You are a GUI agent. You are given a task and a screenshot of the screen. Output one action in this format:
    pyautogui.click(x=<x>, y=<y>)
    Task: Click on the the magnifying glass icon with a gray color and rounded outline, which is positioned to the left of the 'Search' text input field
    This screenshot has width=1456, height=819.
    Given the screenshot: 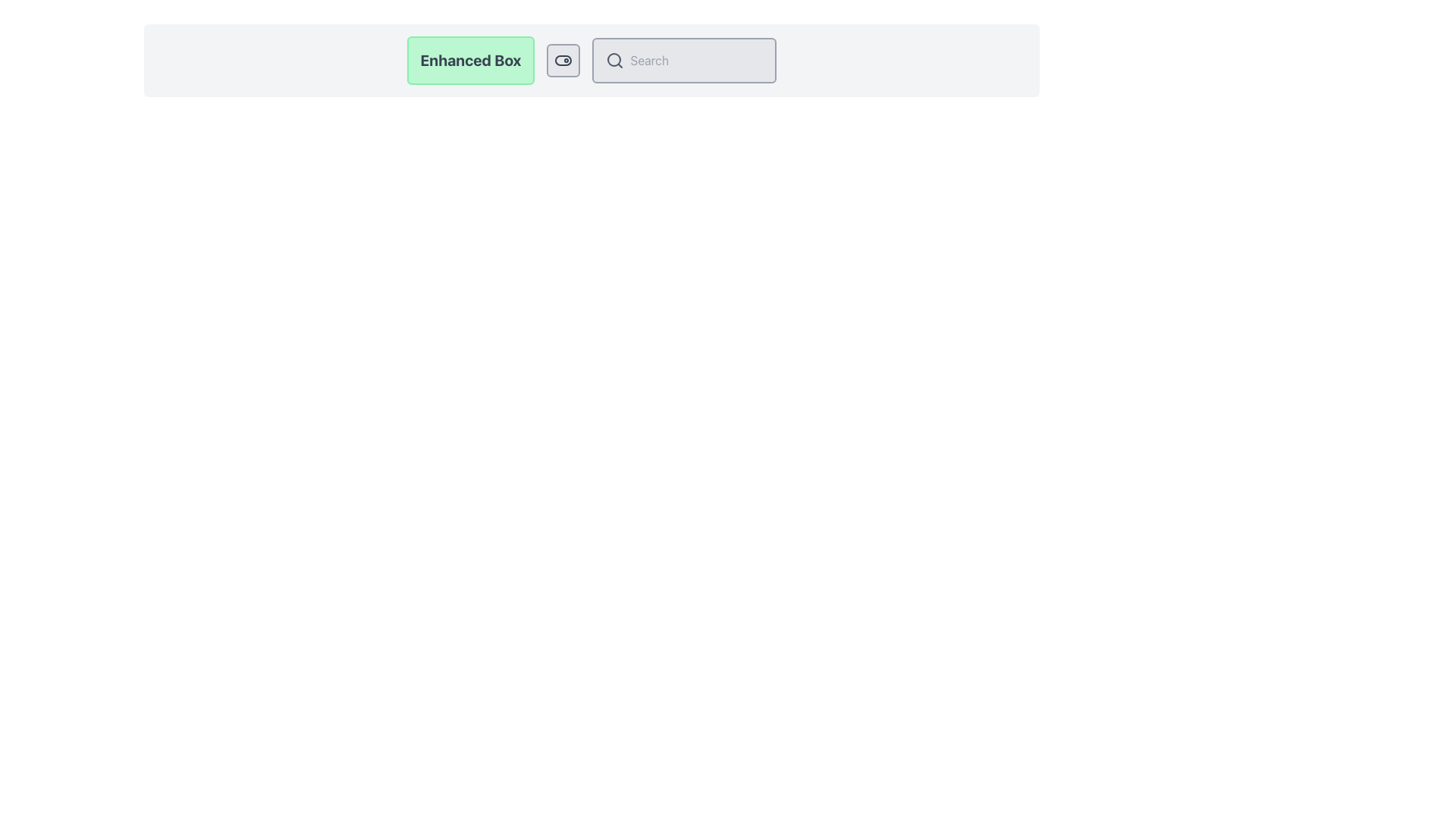 What is the action you would take?
    pyautogui.click(x=615, y=60)
    